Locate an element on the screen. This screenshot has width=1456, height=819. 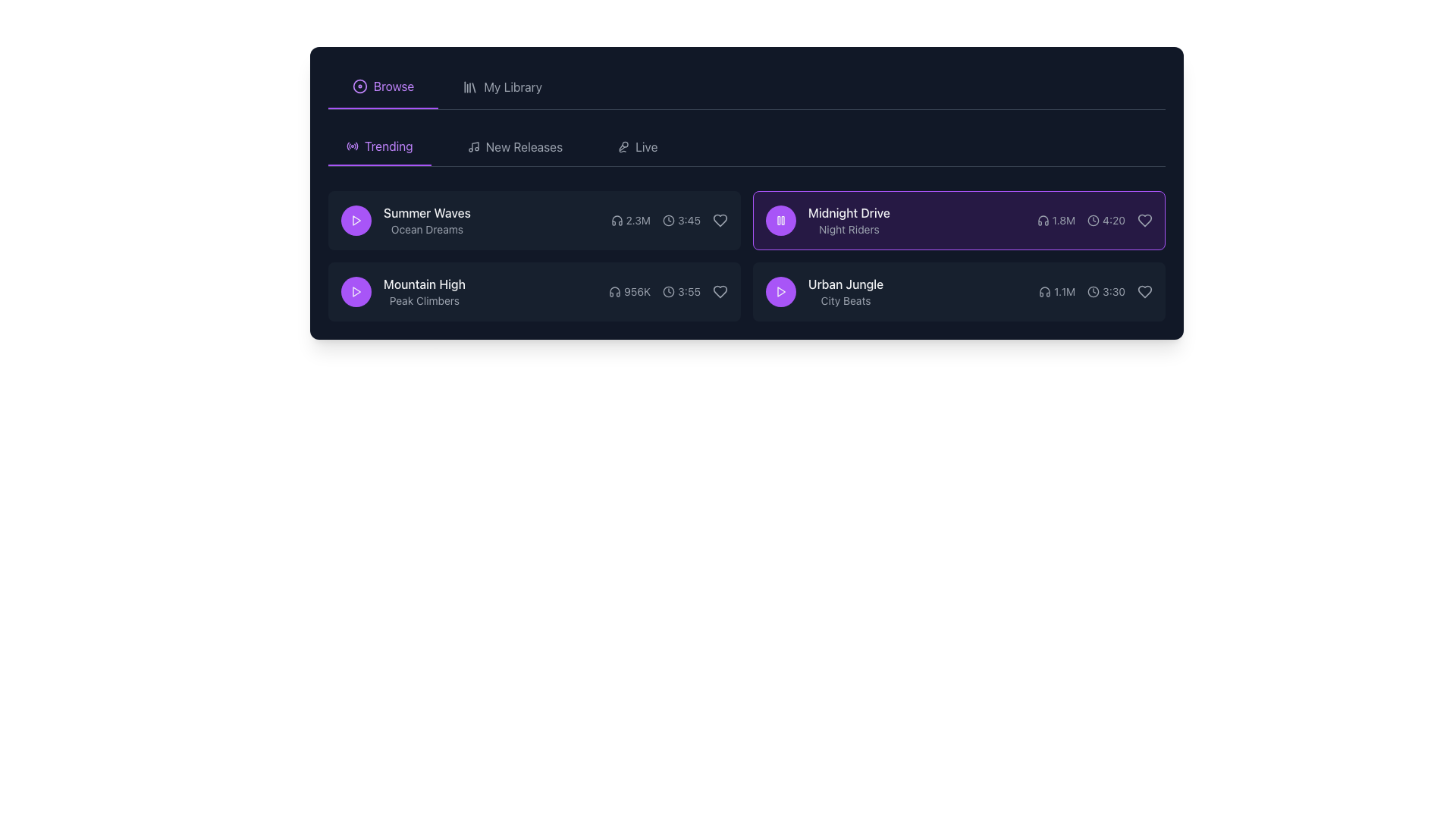
the heart icon at the end of the row displaying the 'Urban Jungle' track to mark it as liked or favorited is located at coordinates (1145, 292).